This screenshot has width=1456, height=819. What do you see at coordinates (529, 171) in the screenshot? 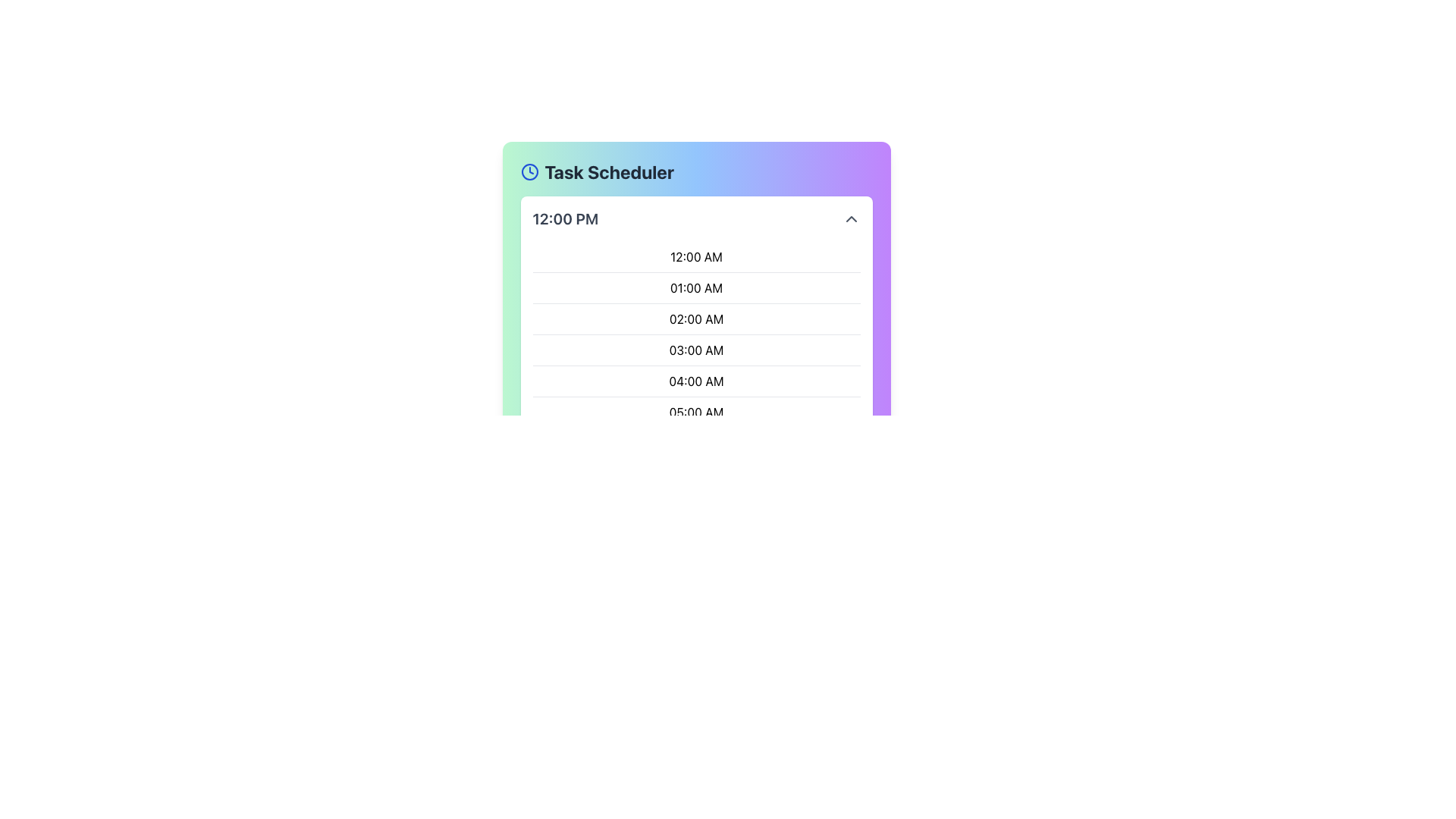
I see `the clock icon located to the left of the 'Task Scheduler' text in the header area` at bounding box center [529, 171].